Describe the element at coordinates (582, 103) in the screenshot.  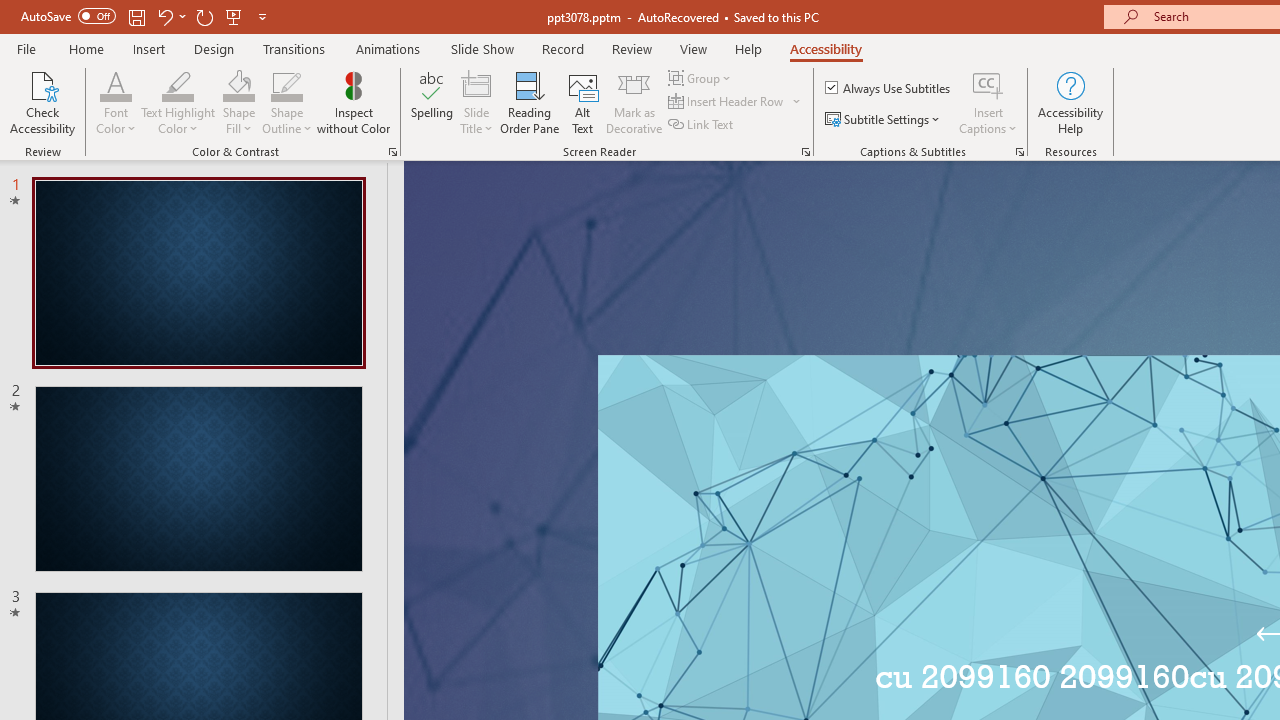
I see `'Alt Text'` at that location.